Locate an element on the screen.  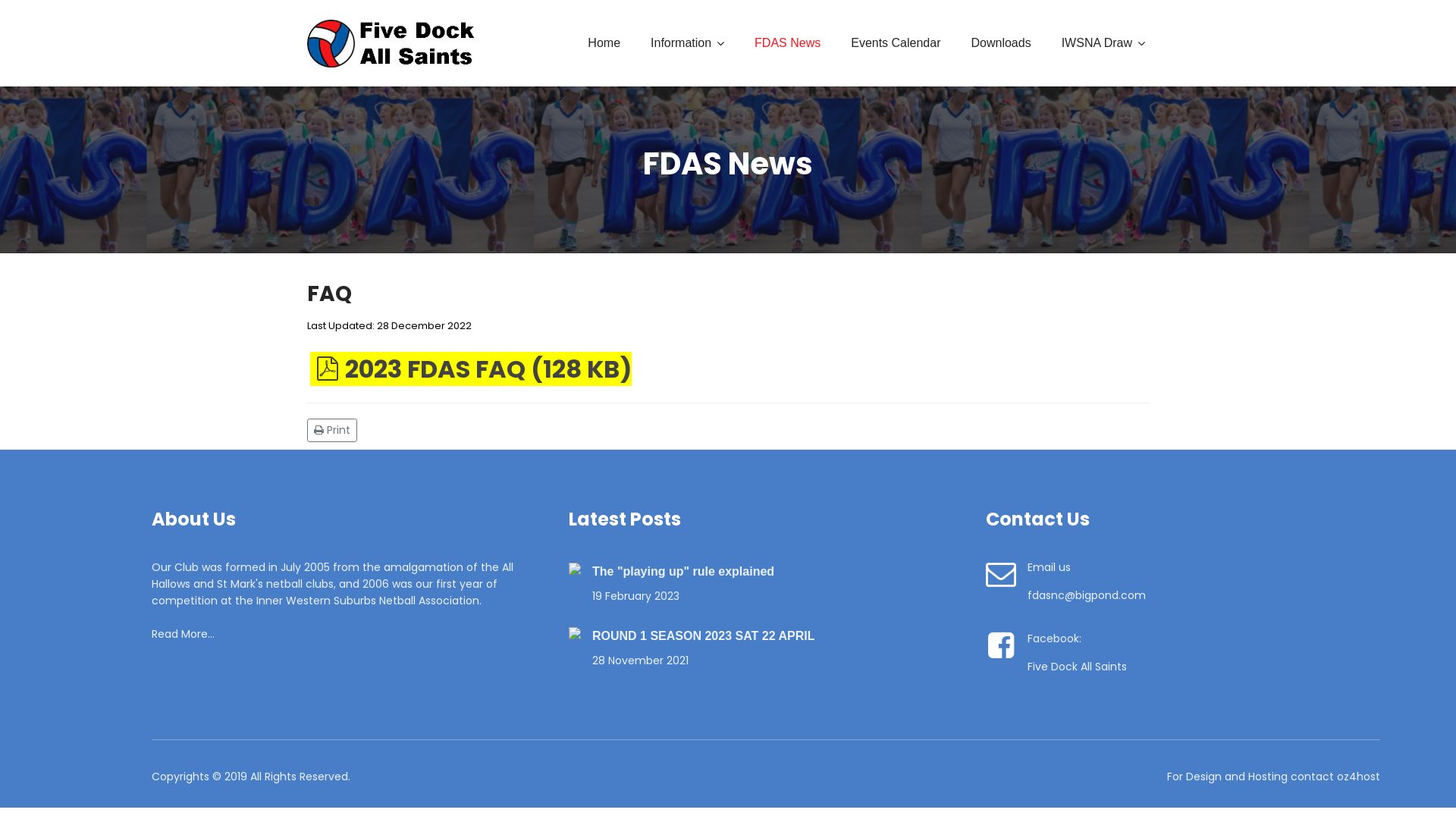
'Print' is located at coordinates (306, 429).